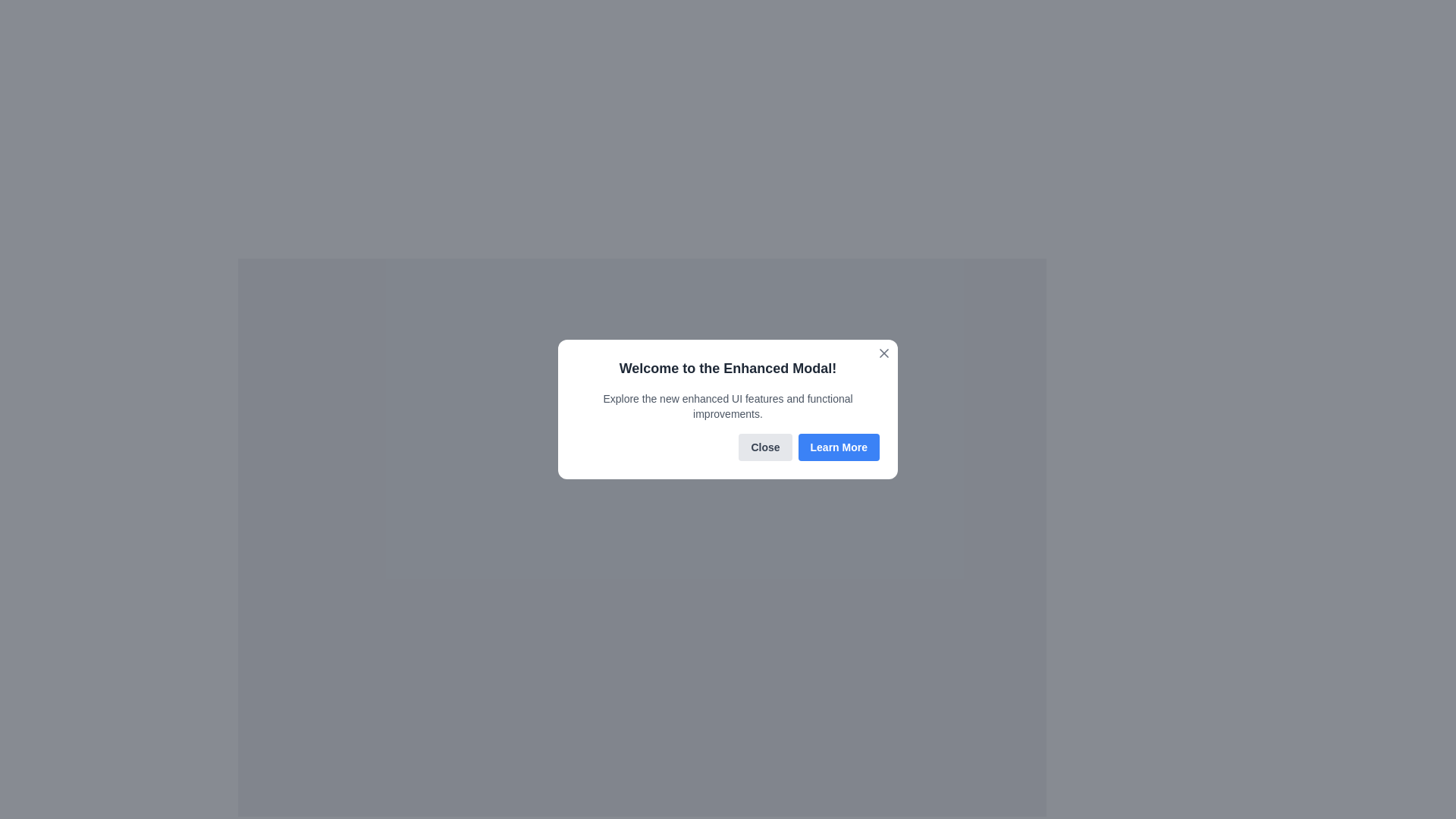 Image resolution: width=1456 pixels, height=819 pixels. Describe the element at coordinates (838, 447) in the screenshot. I see `the 'Learn More' button located in the bottom-right corner of the modal dialog box, adjacent to the 'Close' button, to observe hover effects` at that location.